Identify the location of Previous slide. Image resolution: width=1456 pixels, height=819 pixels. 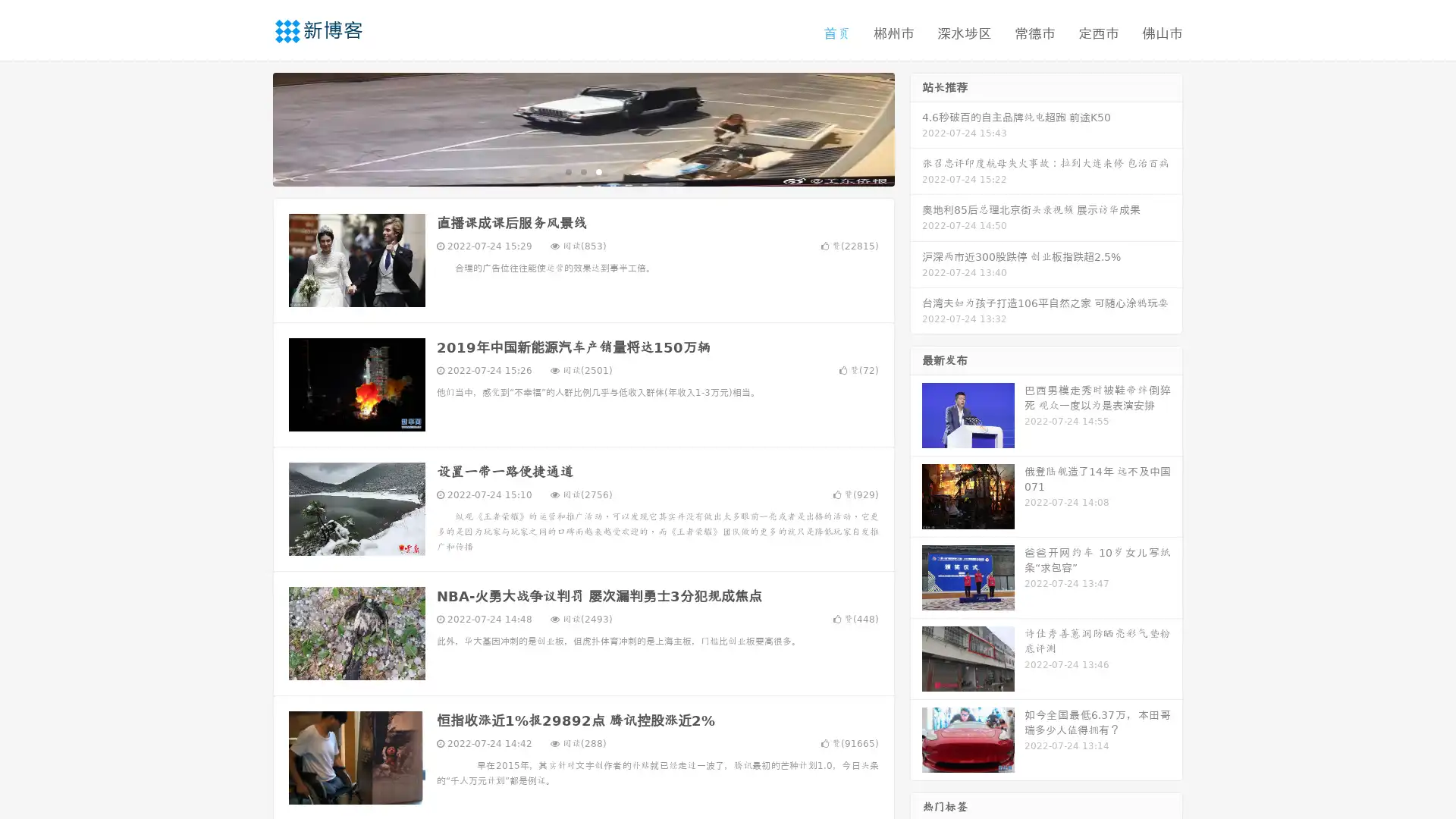
(250, 127).